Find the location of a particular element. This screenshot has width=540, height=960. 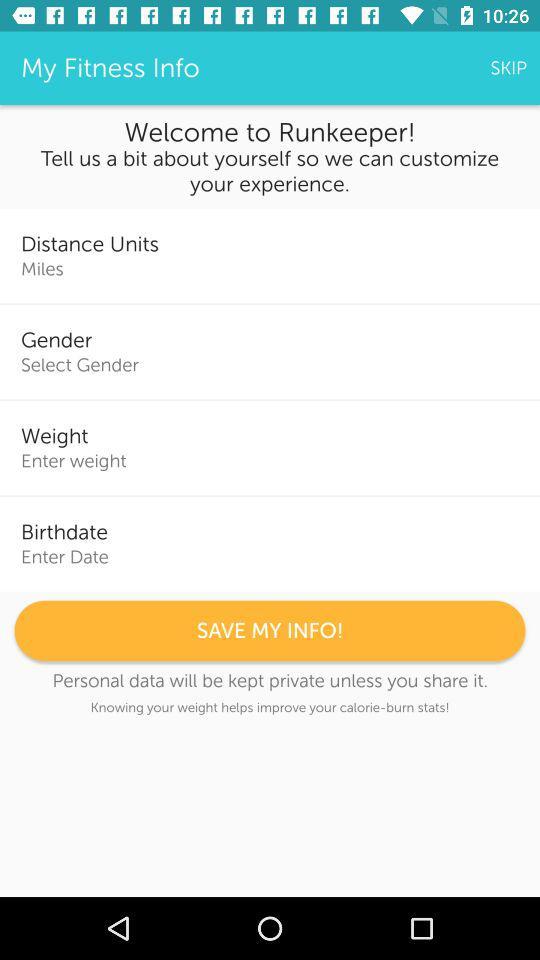

the text at bottom shown below enter date is located at coordinates (270, 630).